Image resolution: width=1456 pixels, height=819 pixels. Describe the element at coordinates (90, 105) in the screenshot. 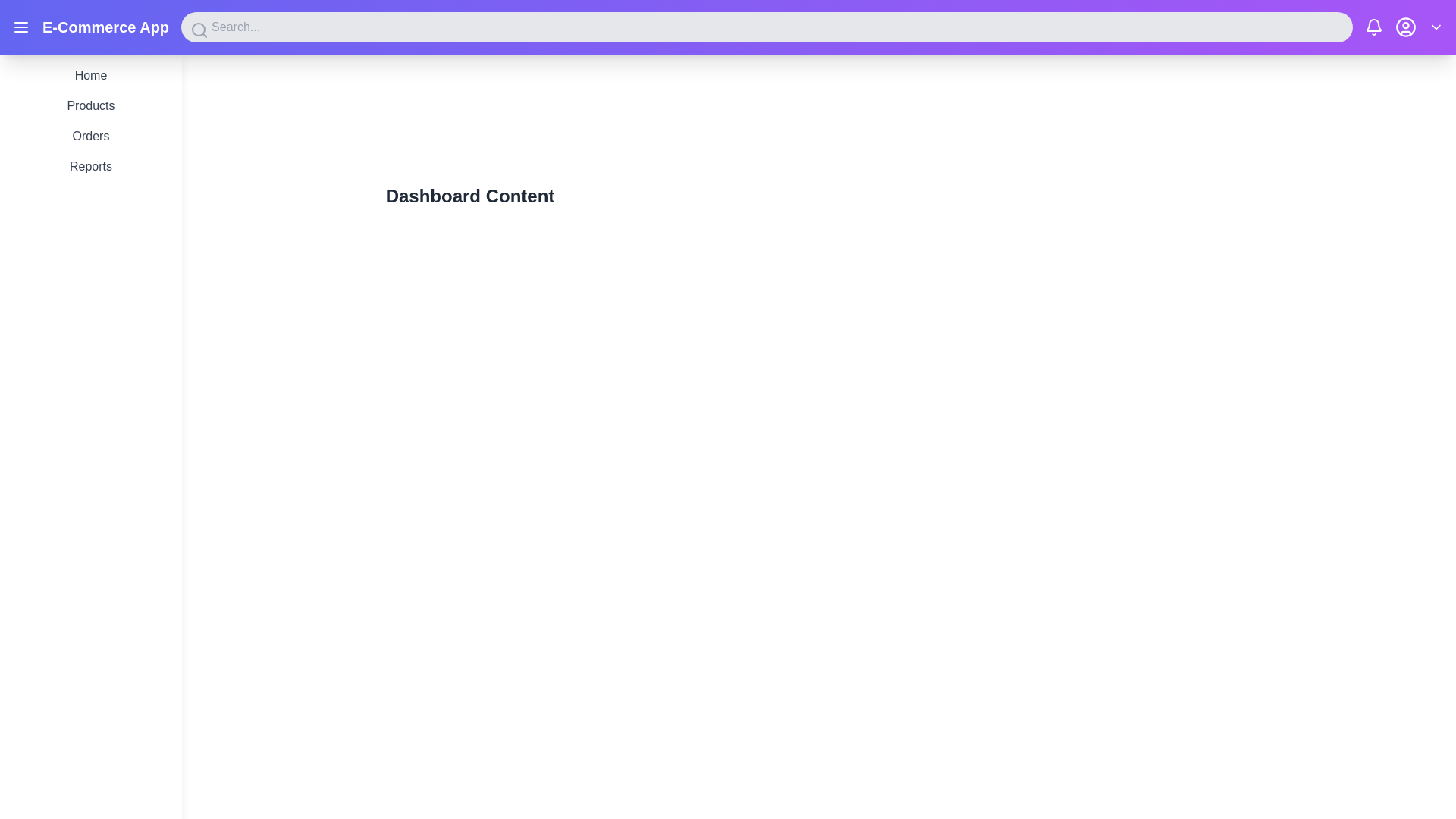

I see `the 'Products' navigation link located in the sidebar menu` at that location.